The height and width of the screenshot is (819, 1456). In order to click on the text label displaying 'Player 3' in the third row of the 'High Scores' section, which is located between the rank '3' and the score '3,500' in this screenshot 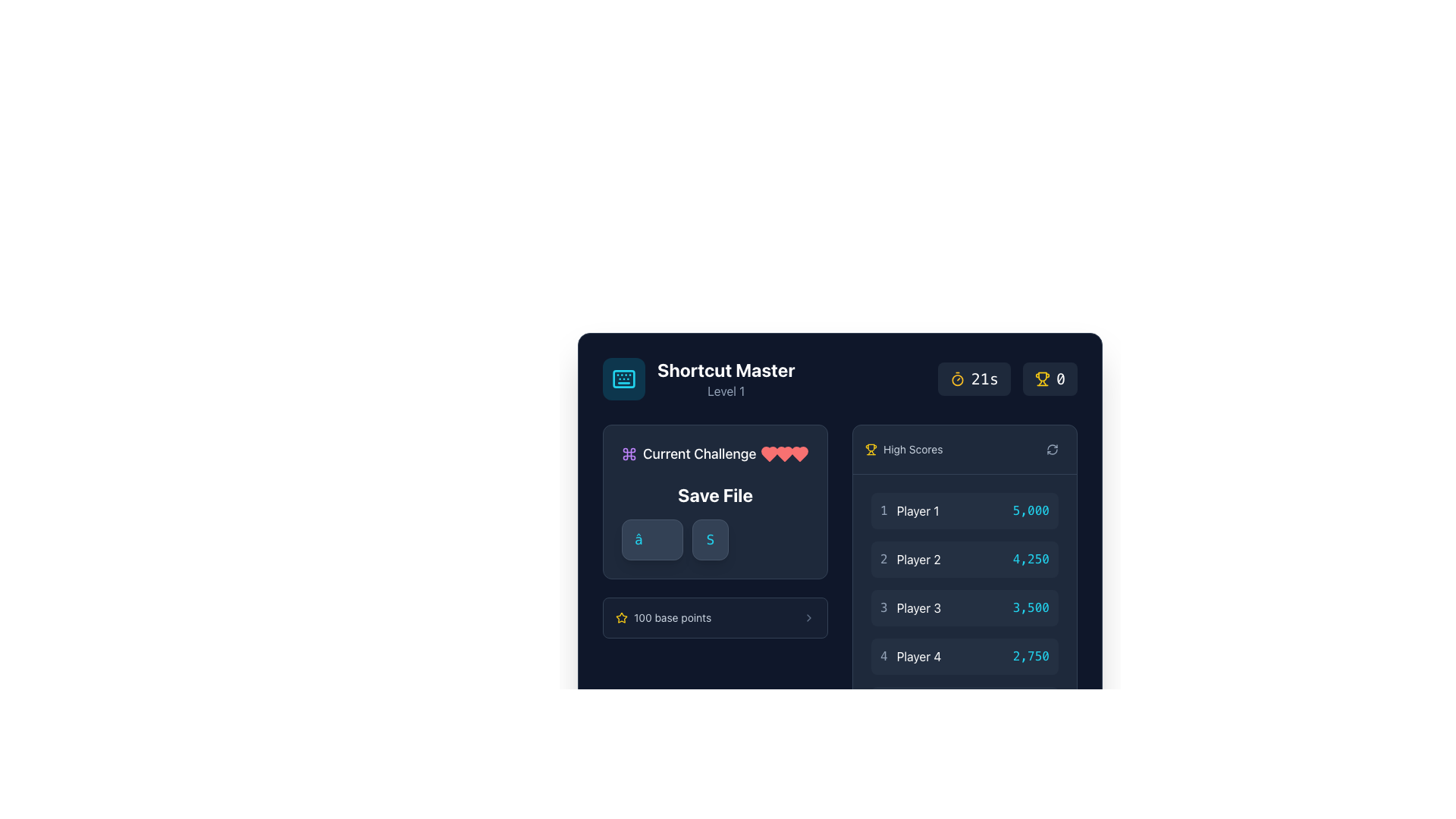, I will do `click(910, 607)`.